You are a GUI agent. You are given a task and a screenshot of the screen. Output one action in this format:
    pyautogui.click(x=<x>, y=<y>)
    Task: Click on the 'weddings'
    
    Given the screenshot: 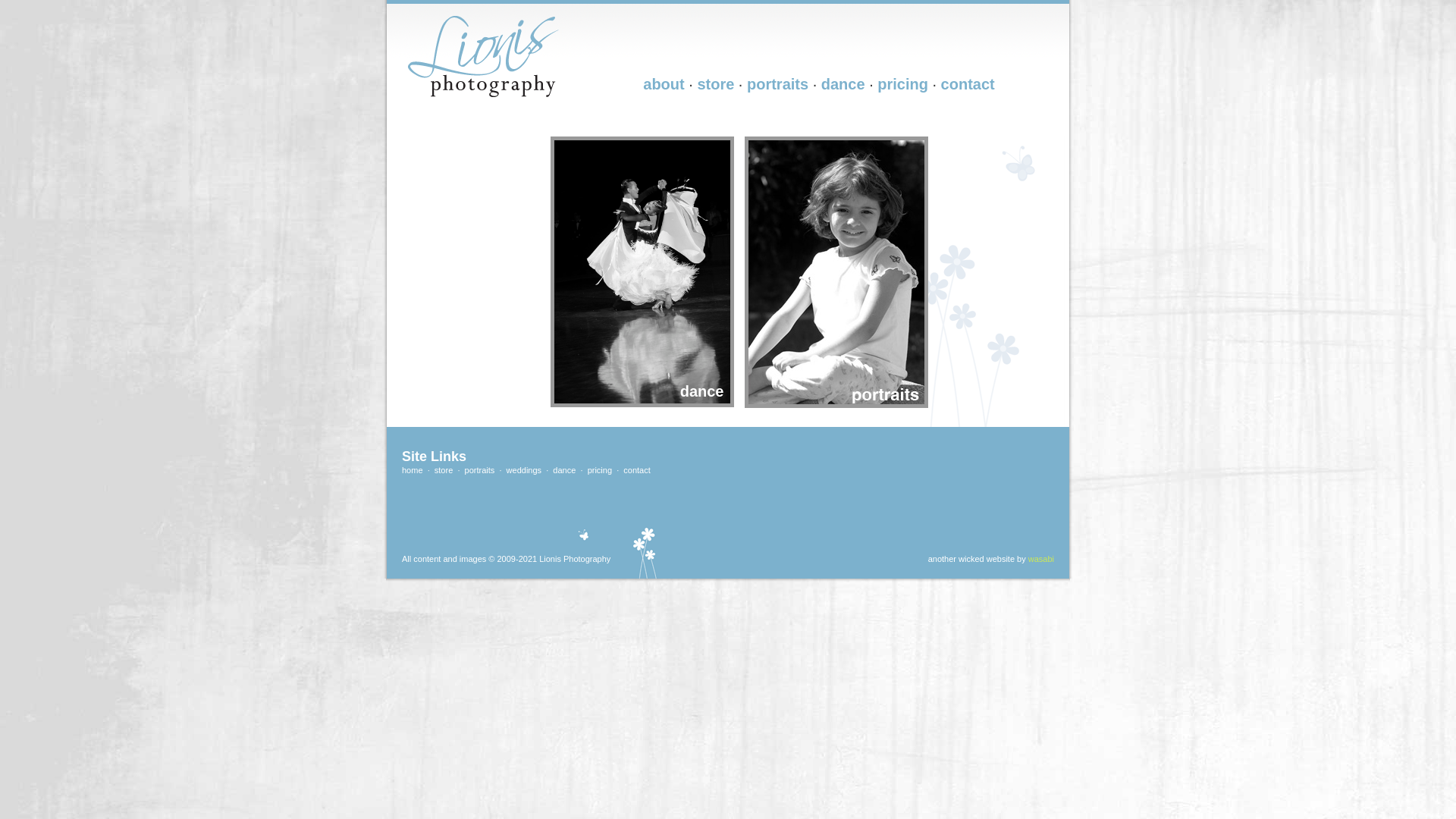 What is the action you would take?
    pyautogui.click(x=524, y=469)
    